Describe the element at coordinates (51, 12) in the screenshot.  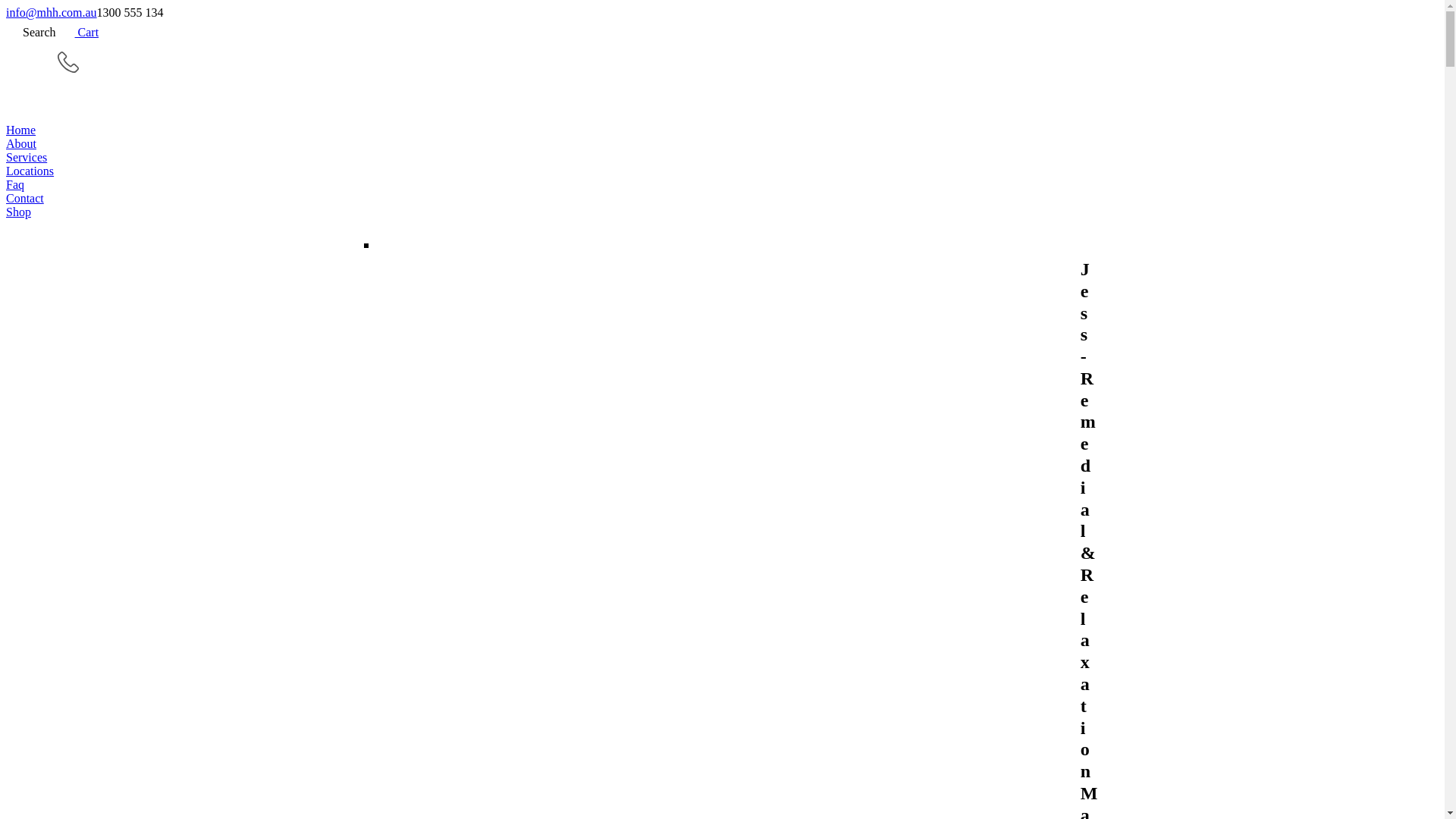
I see `'info@mhh.com.au'` at that location.